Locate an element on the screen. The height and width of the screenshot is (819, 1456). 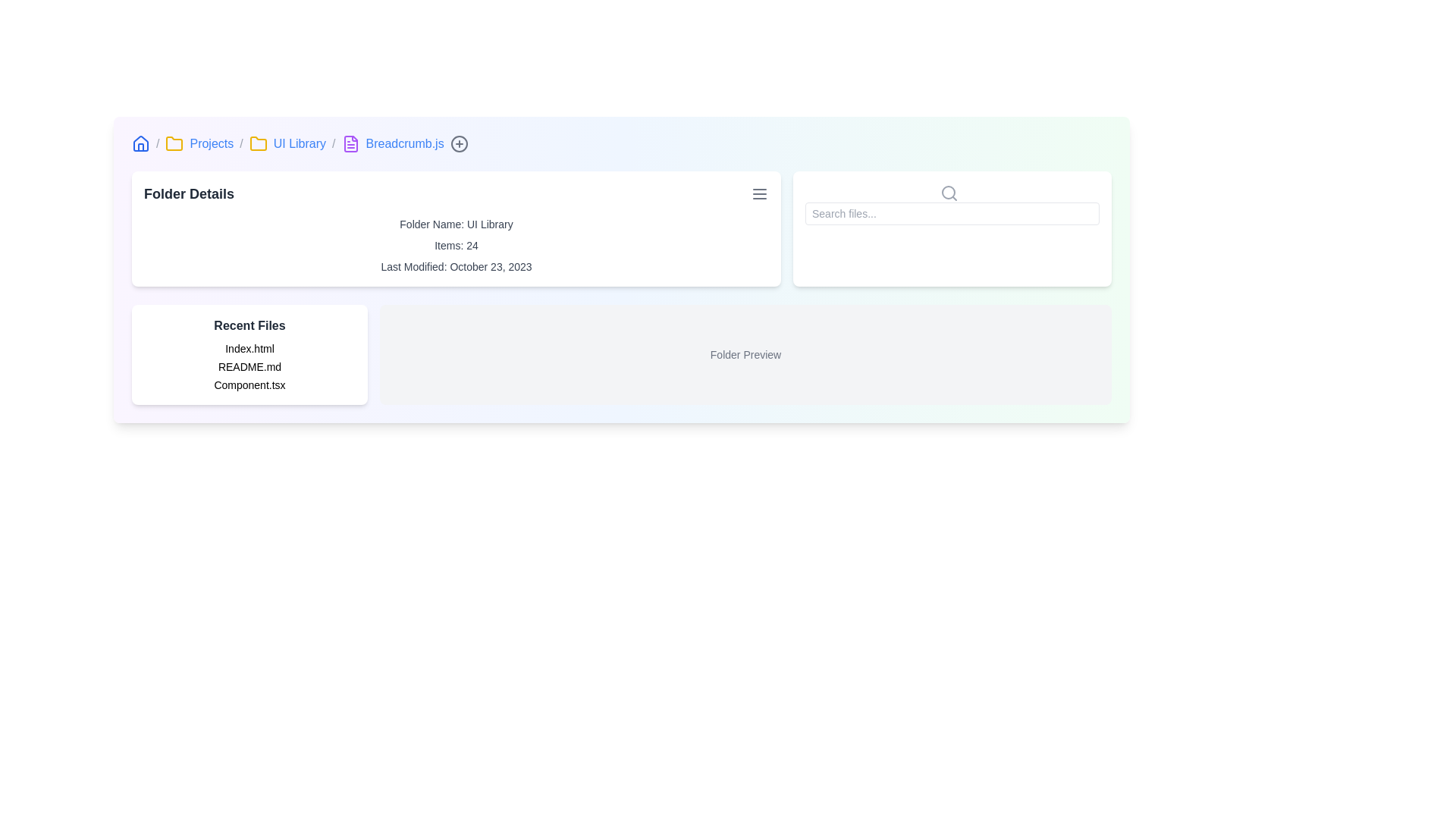
the house-shaped icon's lower rectangular section, which represents a door, located in the breadcrumb navigation bar to trigger navigation is located at coordinates (141, 147).